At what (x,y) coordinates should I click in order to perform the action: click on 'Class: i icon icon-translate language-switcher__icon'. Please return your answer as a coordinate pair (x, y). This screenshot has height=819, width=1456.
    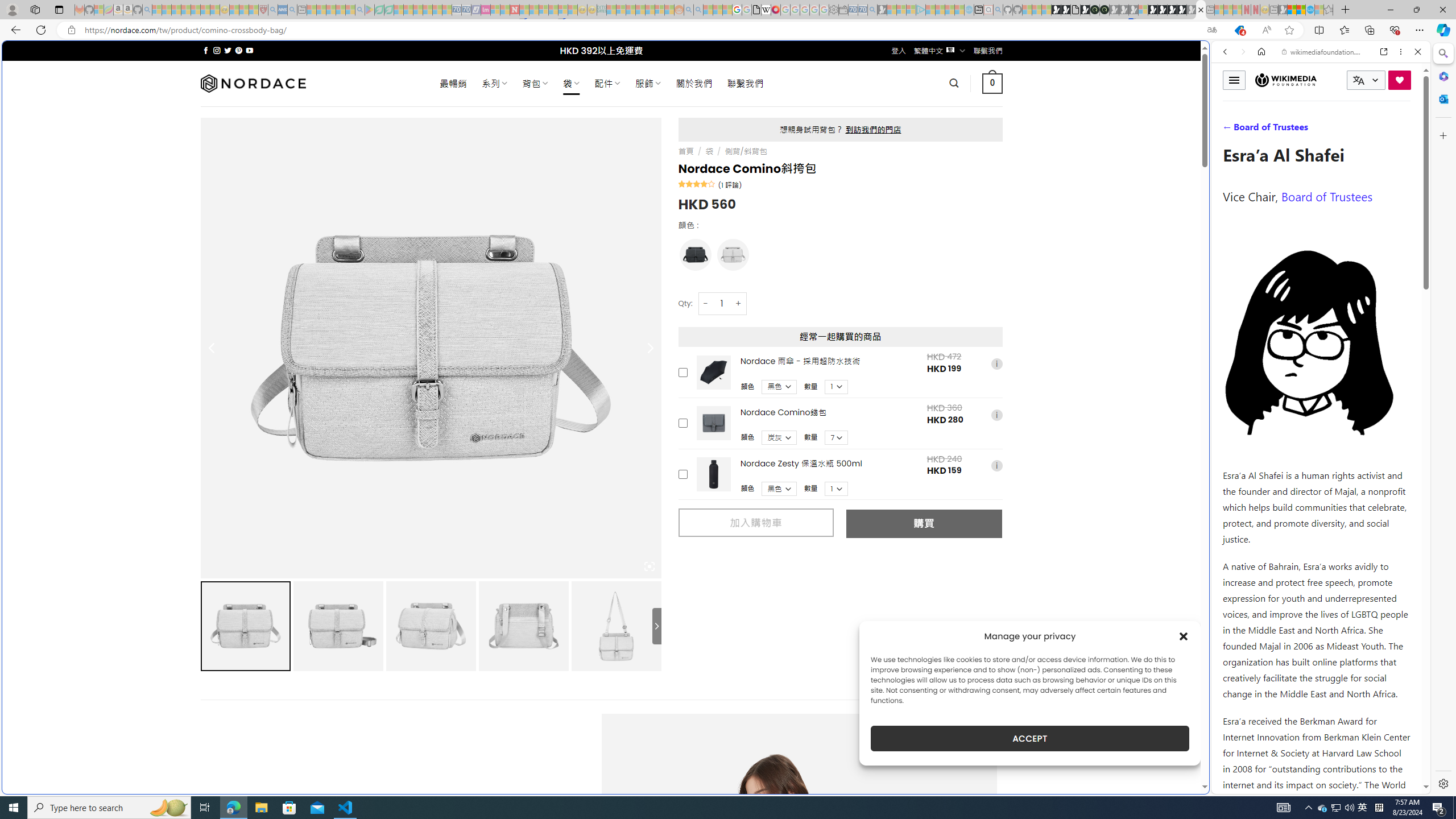
    Looking at the image, I should click on (1358, 80).